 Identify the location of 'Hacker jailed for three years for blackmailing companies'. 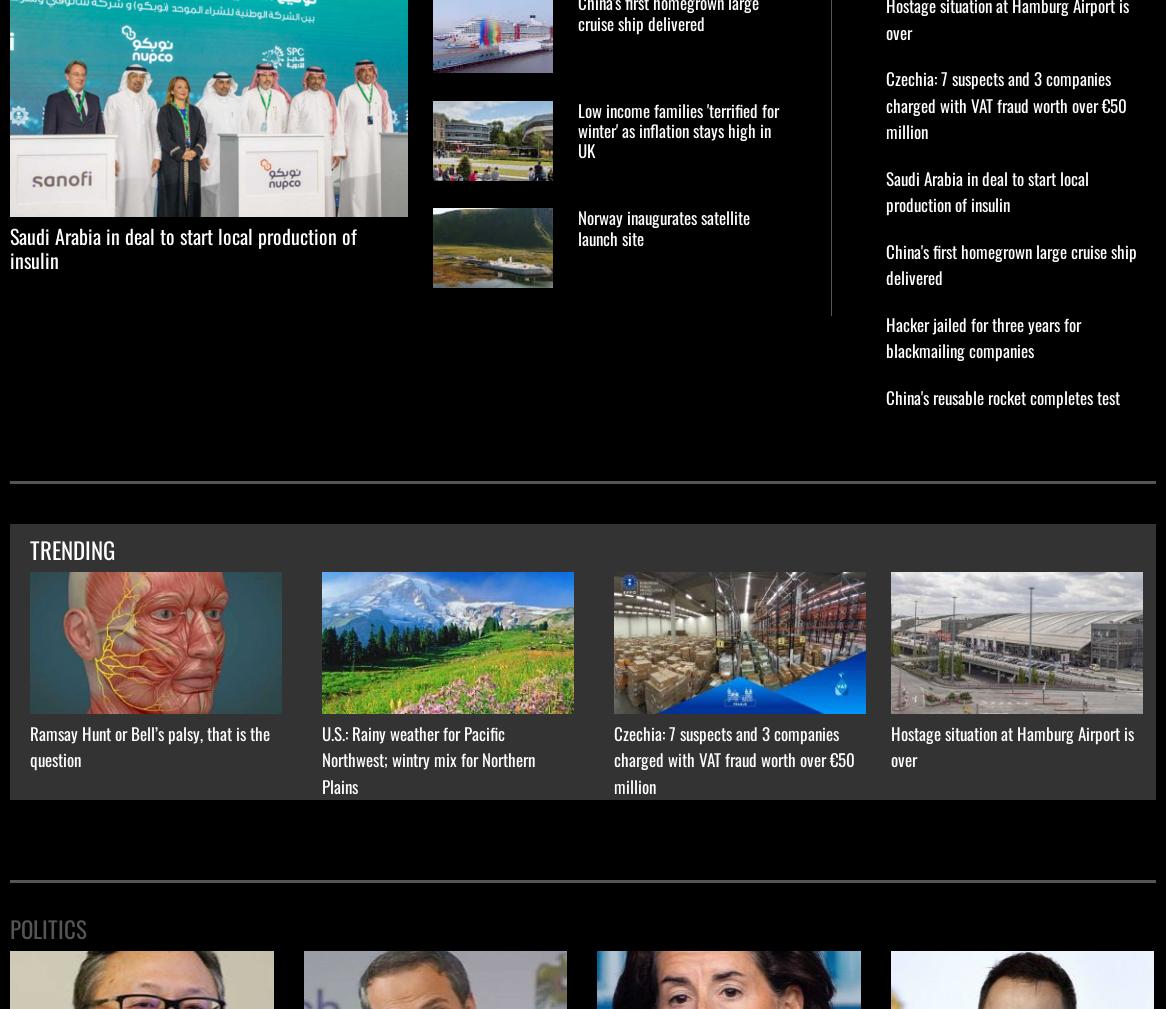
(983, 336).